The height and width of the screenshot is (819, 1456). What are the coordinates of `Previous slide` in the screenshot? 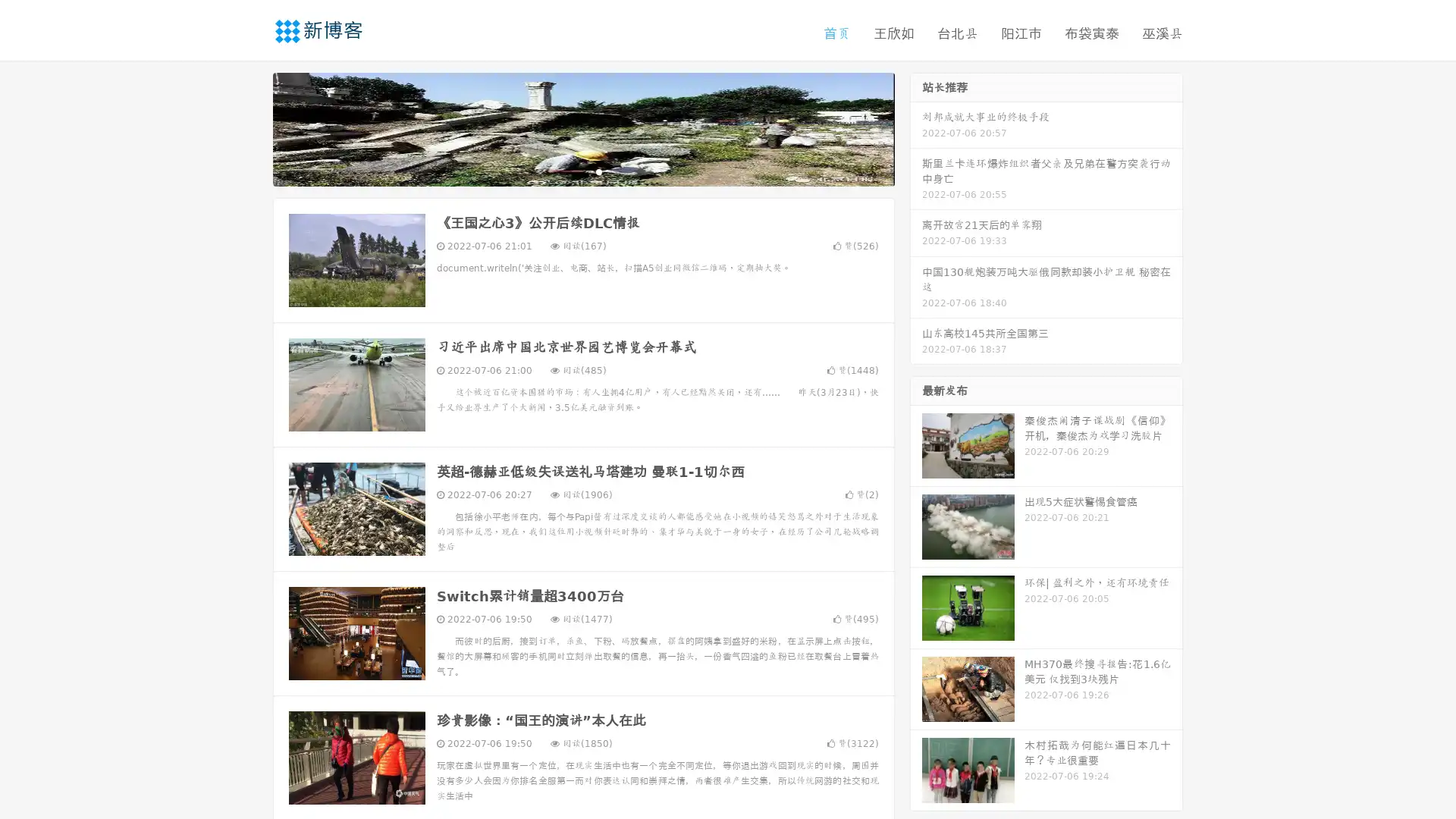 It's located at (250, 127).